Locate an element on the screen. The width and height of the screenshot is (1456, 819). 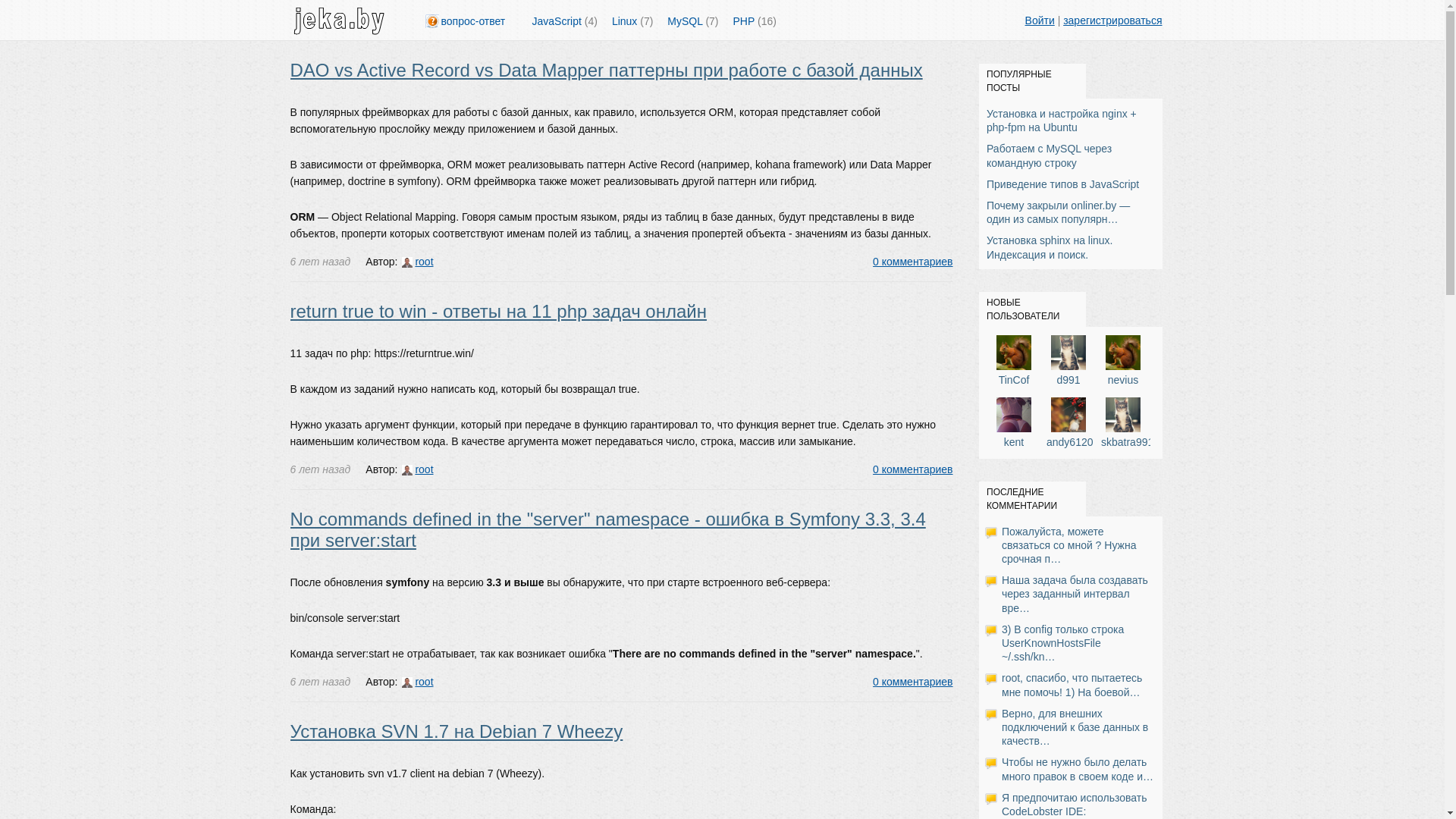
'MySQL (7)' is located at coordinates (692, 20).